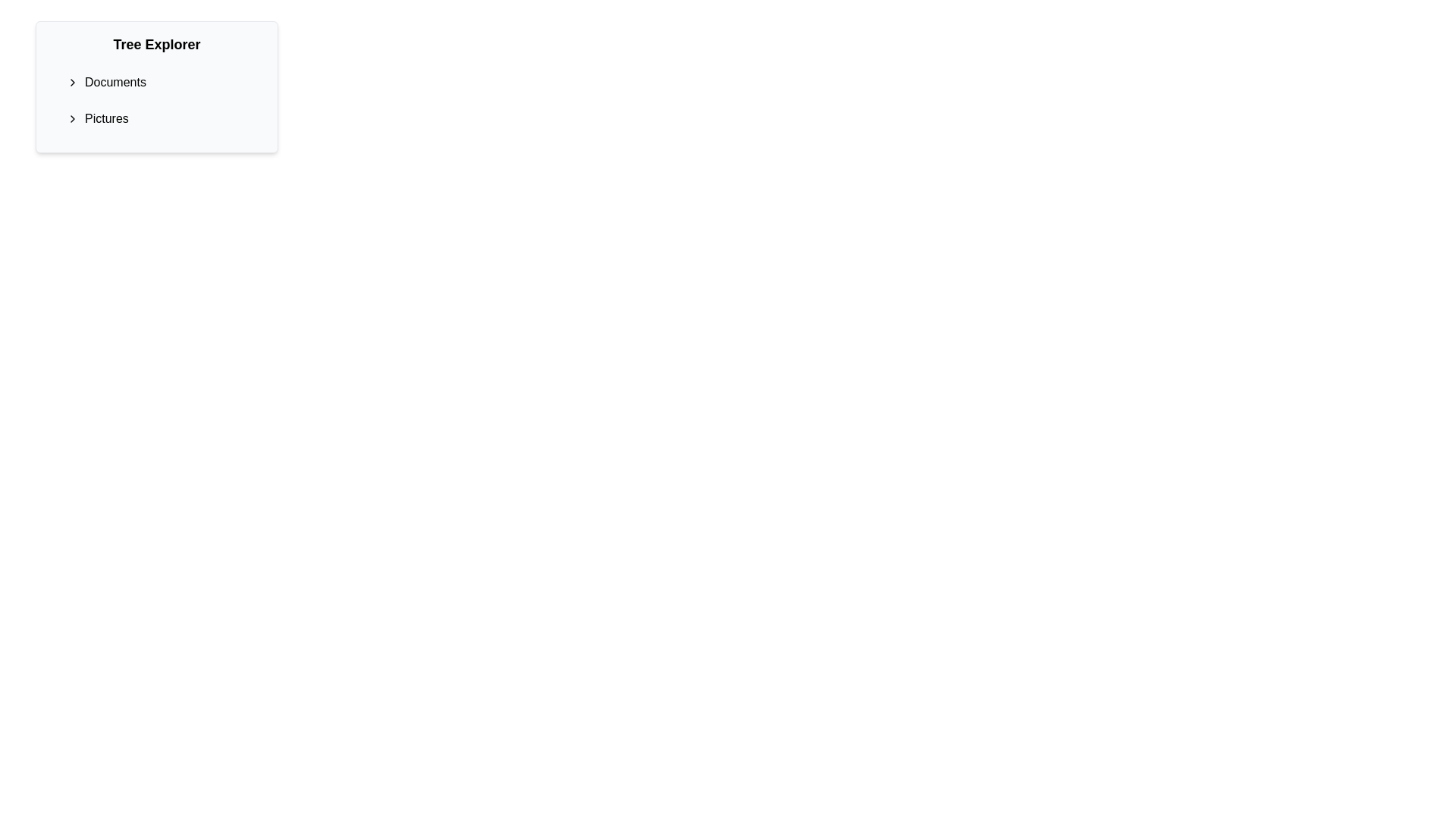  I want to click on the right-pointing chevron icon located to the left of the 'Documents' text, so click(75, 82).